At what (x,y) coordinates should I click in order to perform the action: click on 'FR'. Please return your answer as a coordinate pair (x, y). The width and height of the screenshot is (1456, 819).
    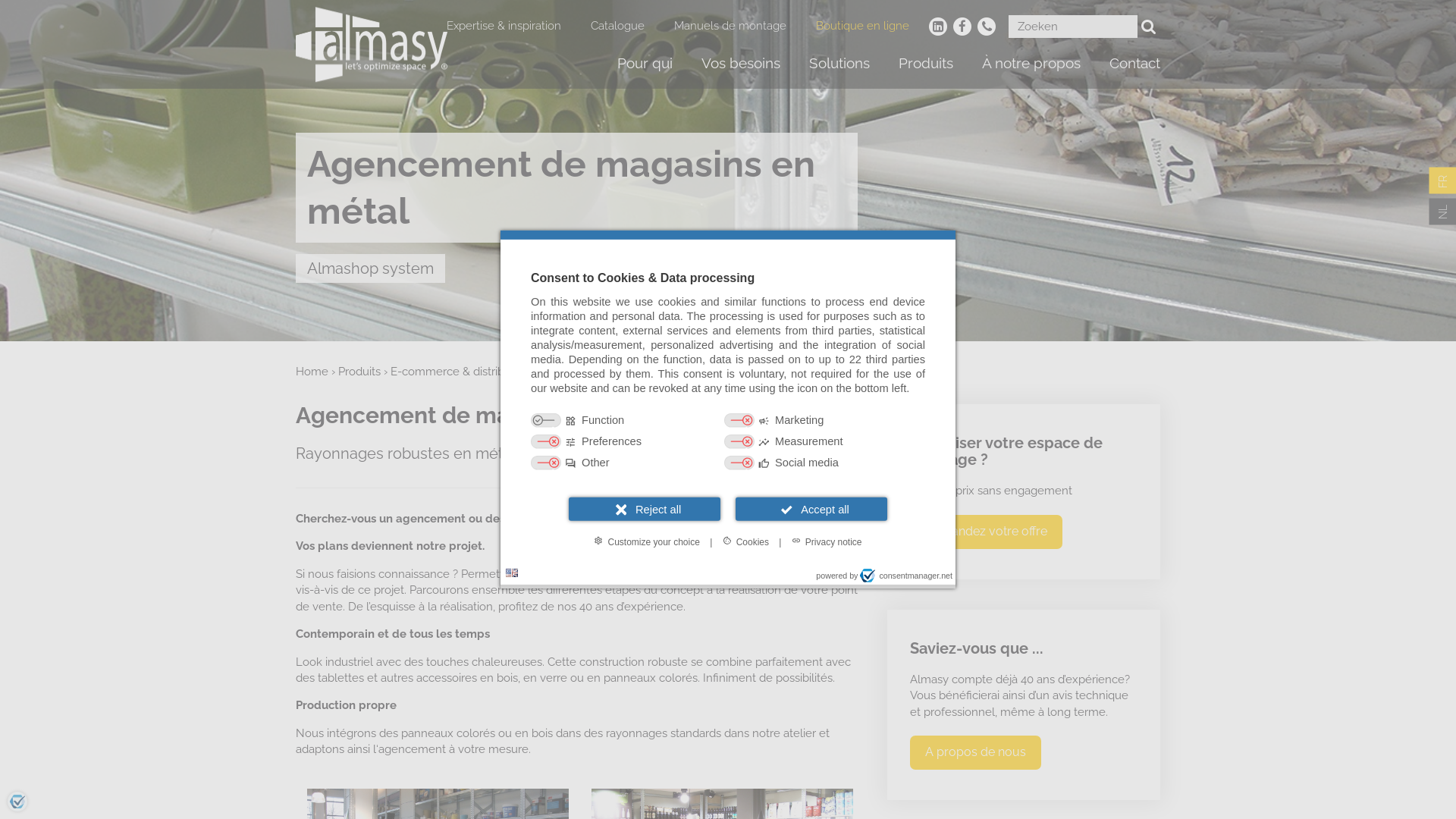
    Looking at the image, I should click on (1427, 180).